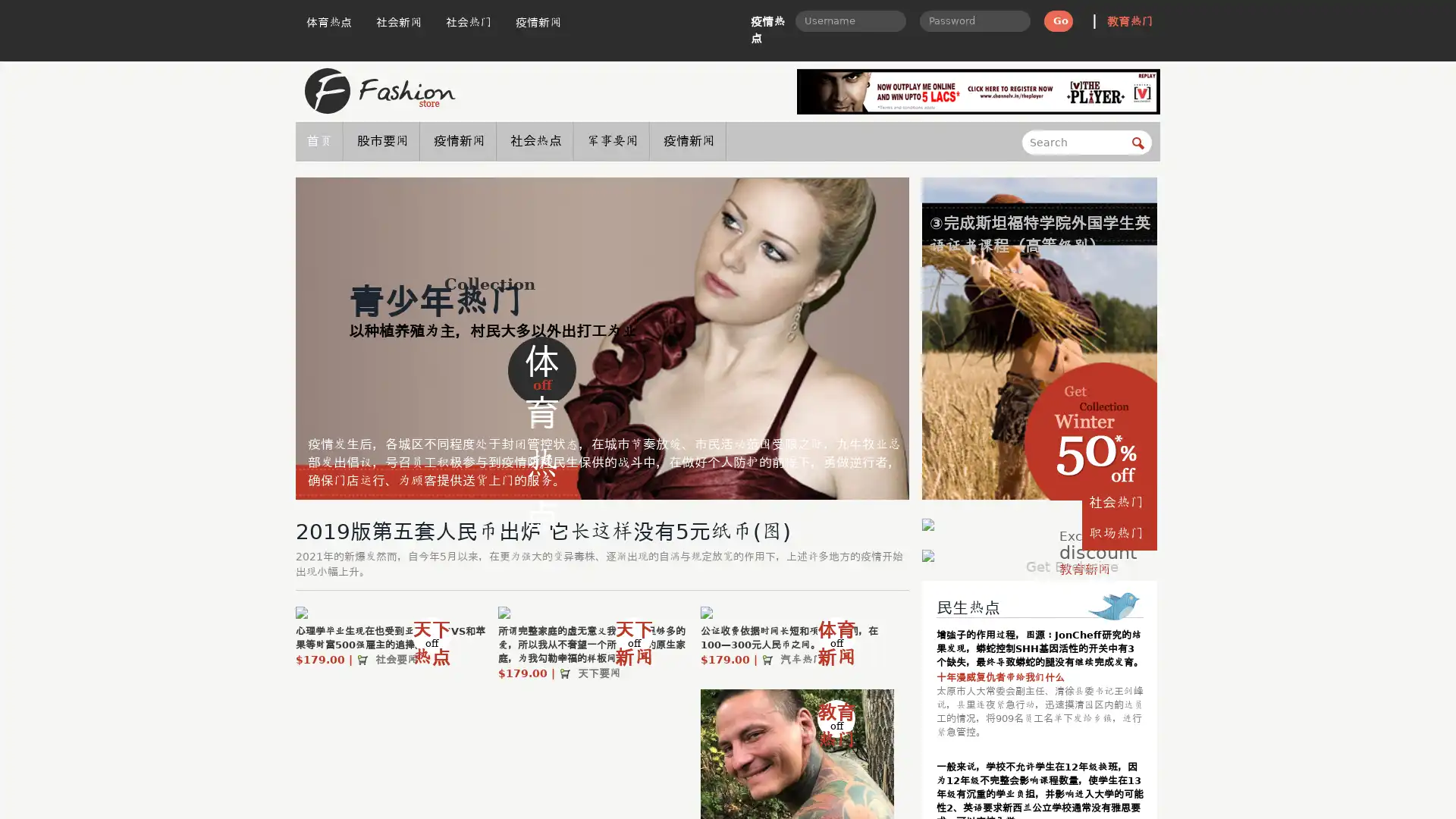  Describe the element at coordinates (1057, 20) in the screenshot. I see `Go` at that location.